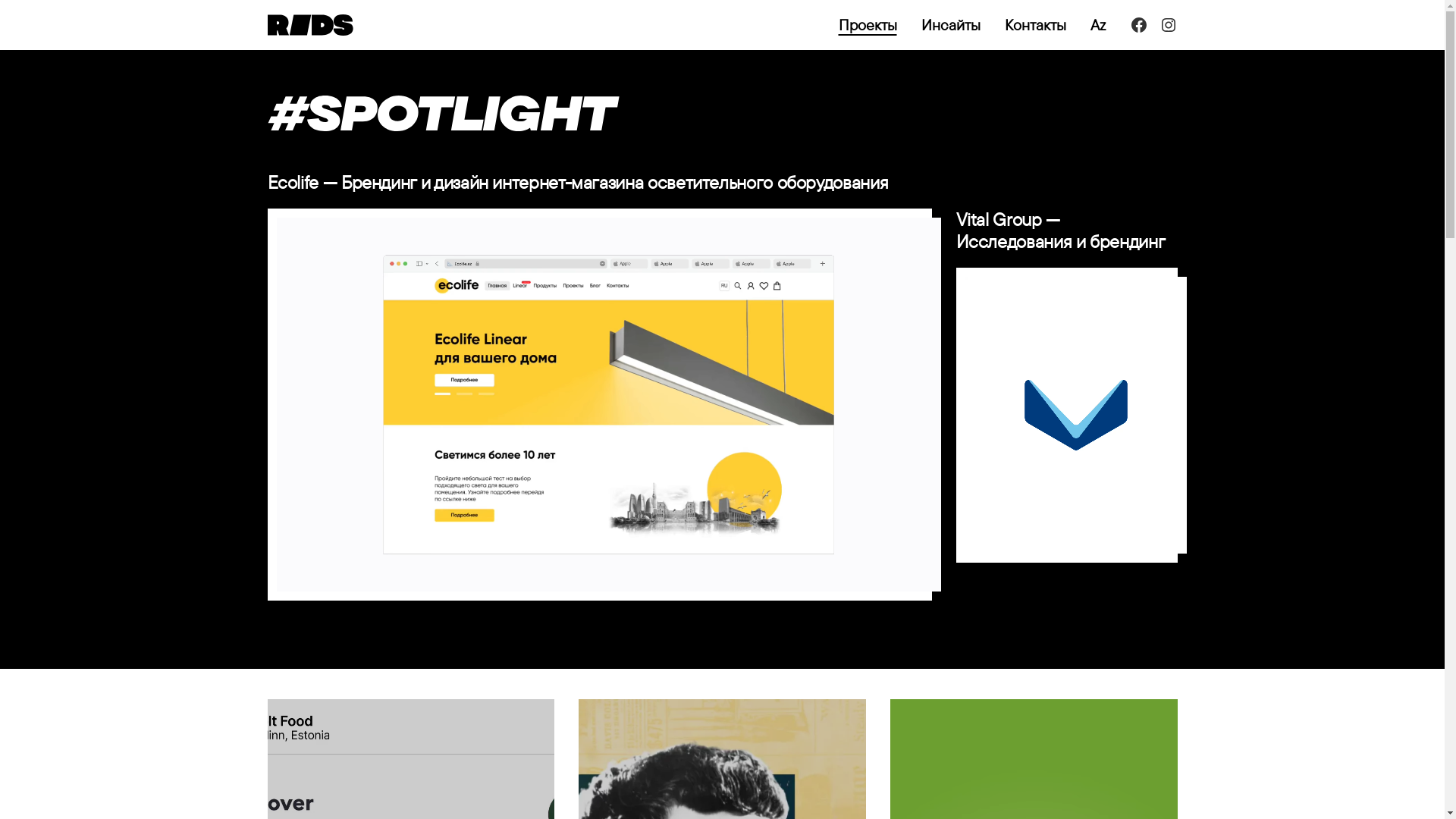 The width and height of the screenshot is (1456, 819). Describe the element at coordinates (1098, 25) in the screenshot. I see `'Az'` at that location.